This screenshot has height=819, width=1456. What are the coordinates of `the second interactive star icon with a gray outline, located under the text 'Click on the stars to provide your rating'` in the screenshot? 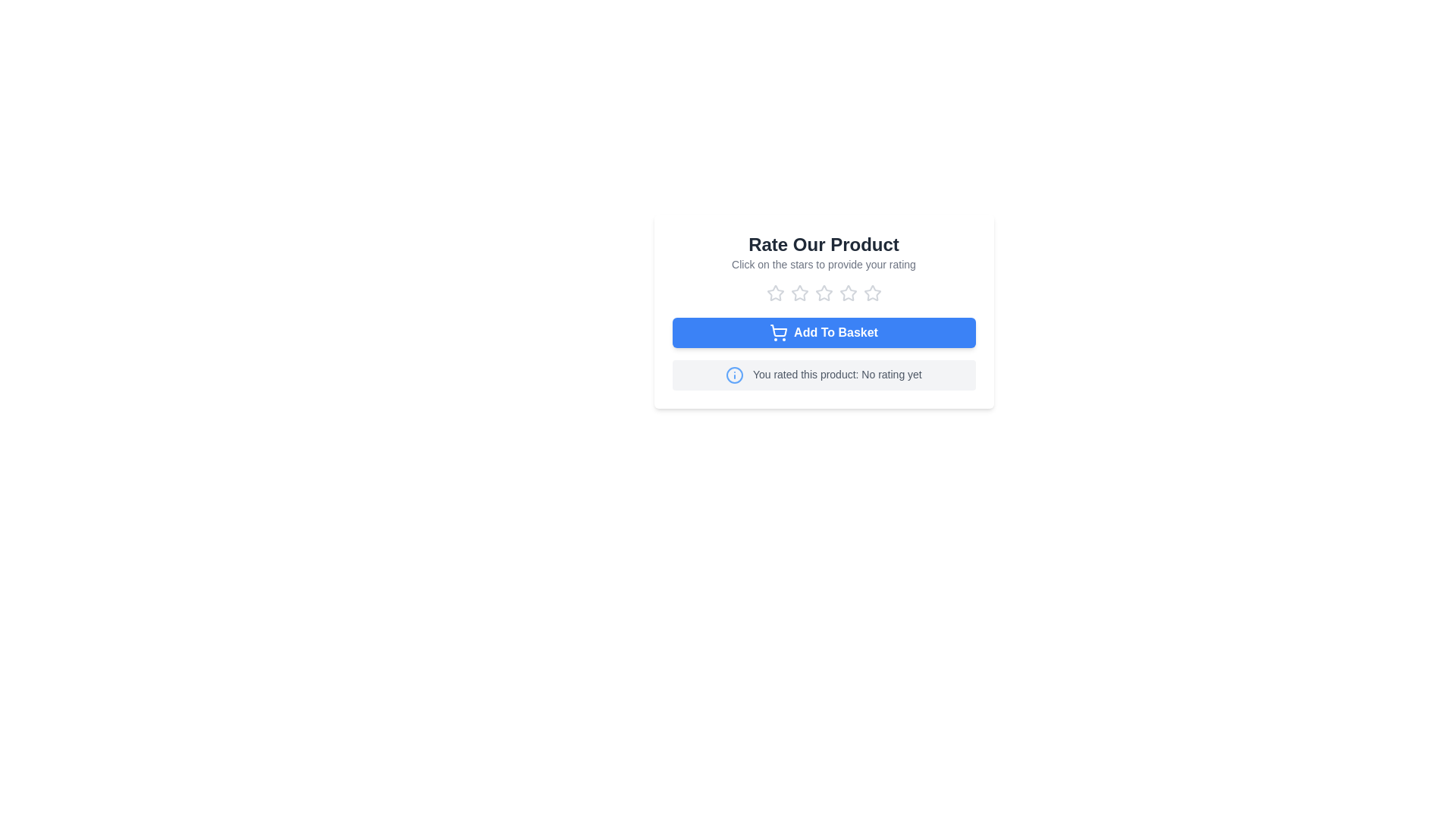 It's located at (799, 293).